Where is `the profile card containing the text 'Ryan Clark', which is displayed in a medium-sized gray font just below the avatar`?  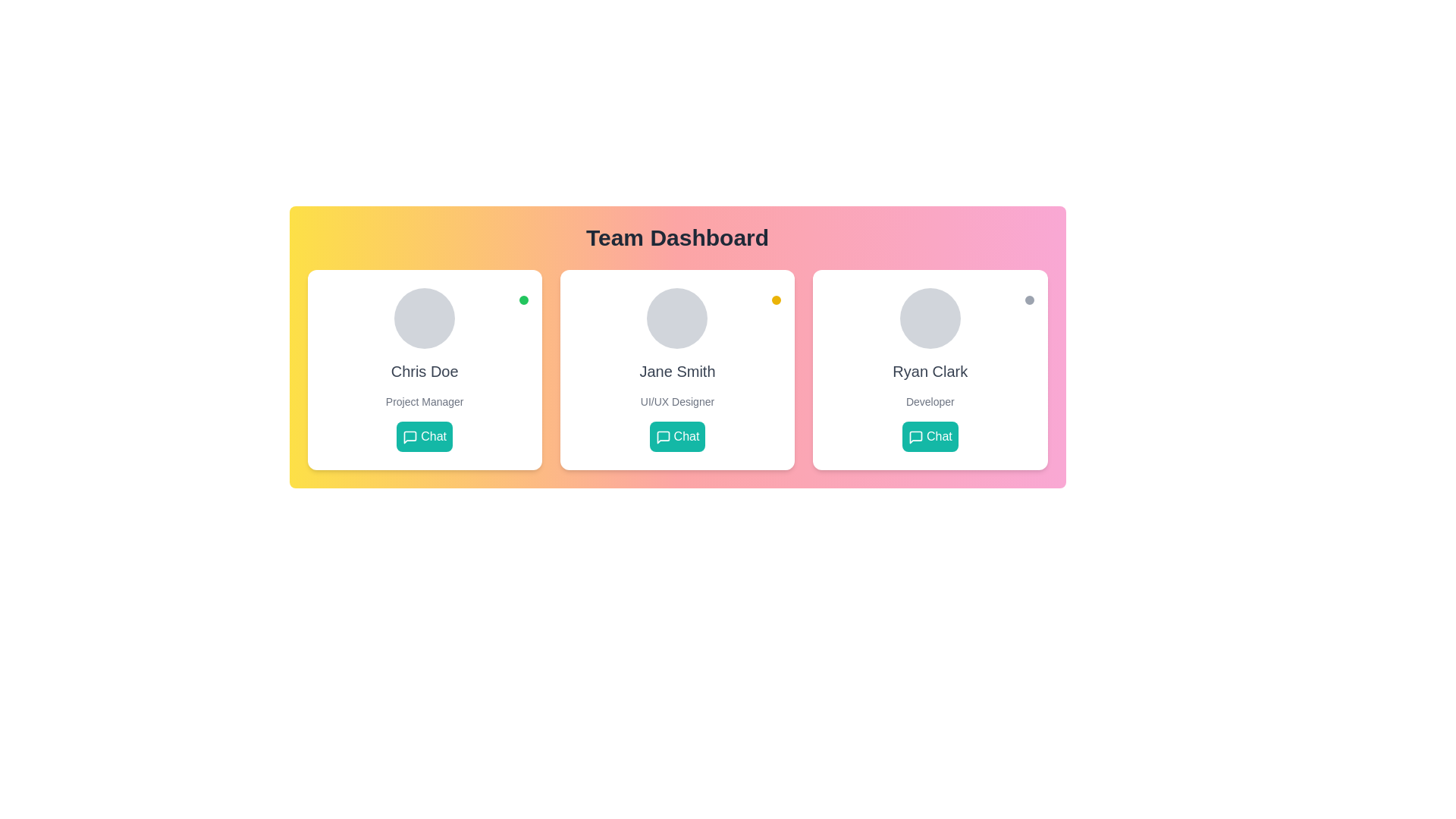 the profile card containing the text 'Ryan Clark', which is displayed in a medium-sized gray font just below the avatar is located at coordinates (929, 371).